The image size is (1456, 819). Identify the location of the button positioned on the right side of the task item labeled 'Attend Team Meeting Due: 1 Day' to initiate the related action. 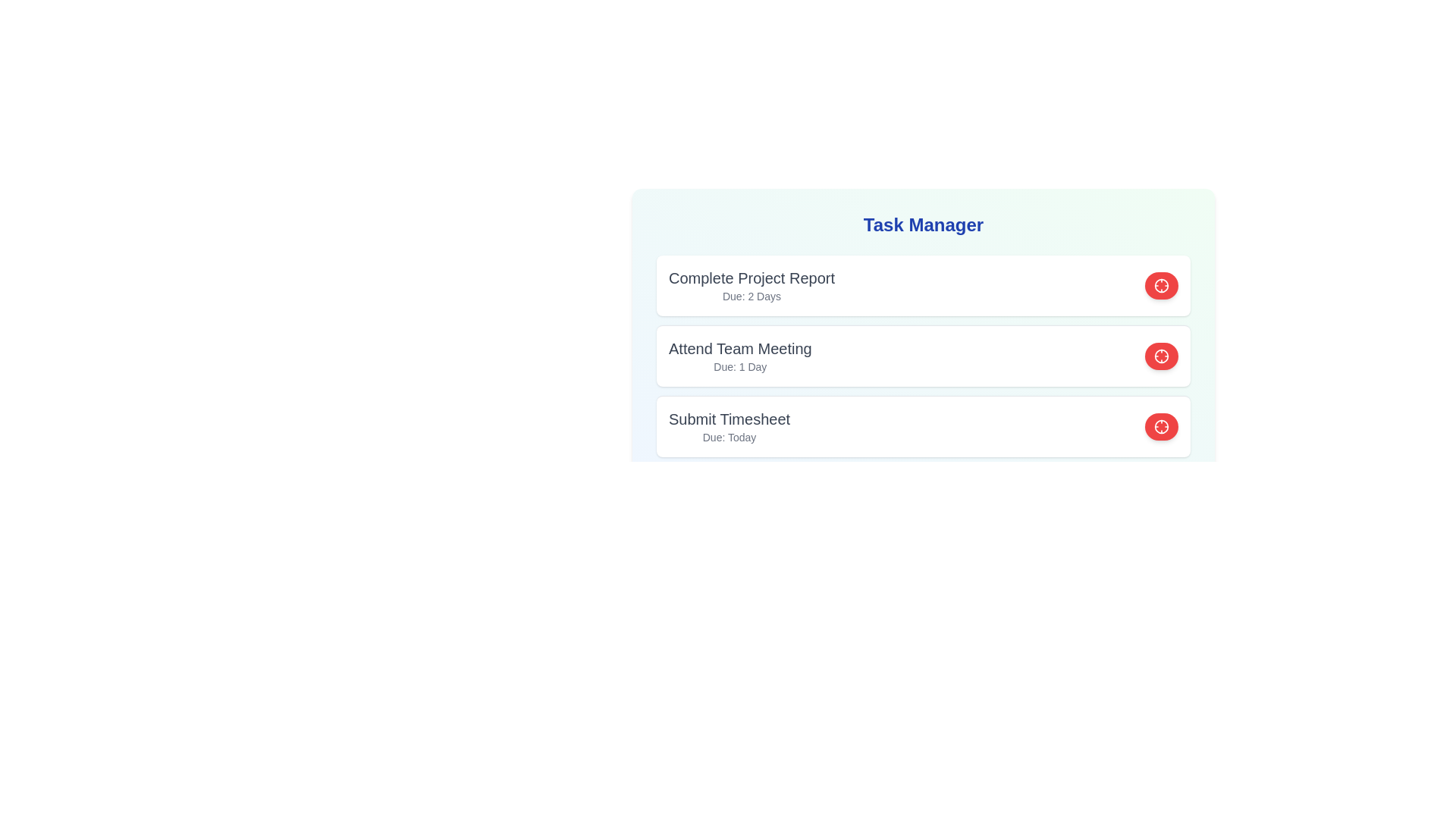
(1160, 356).